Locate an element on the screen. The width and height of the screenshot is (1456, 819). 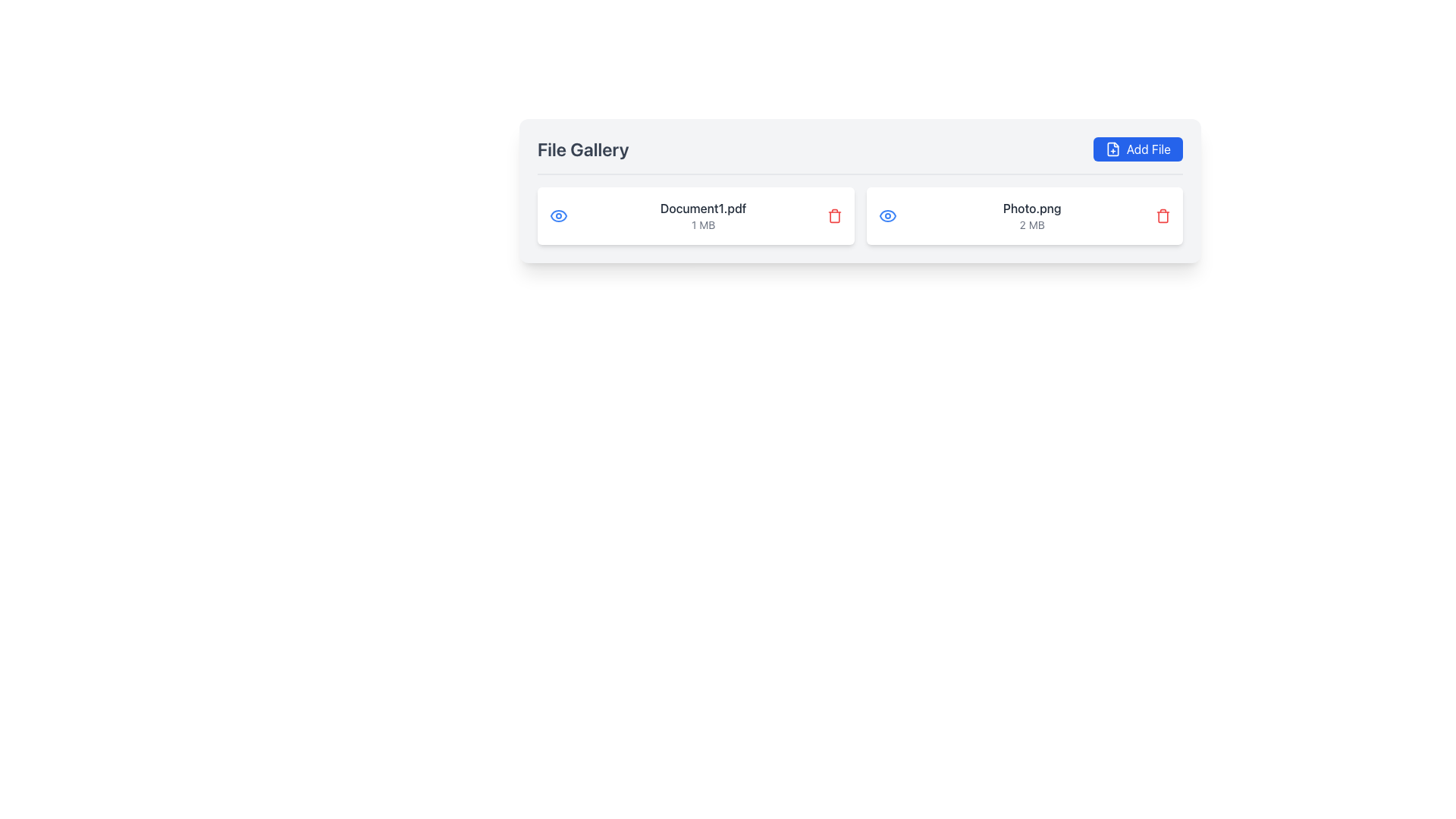
the 'Add File' button represented by the folder icon is located at coordinates (1112, 149).